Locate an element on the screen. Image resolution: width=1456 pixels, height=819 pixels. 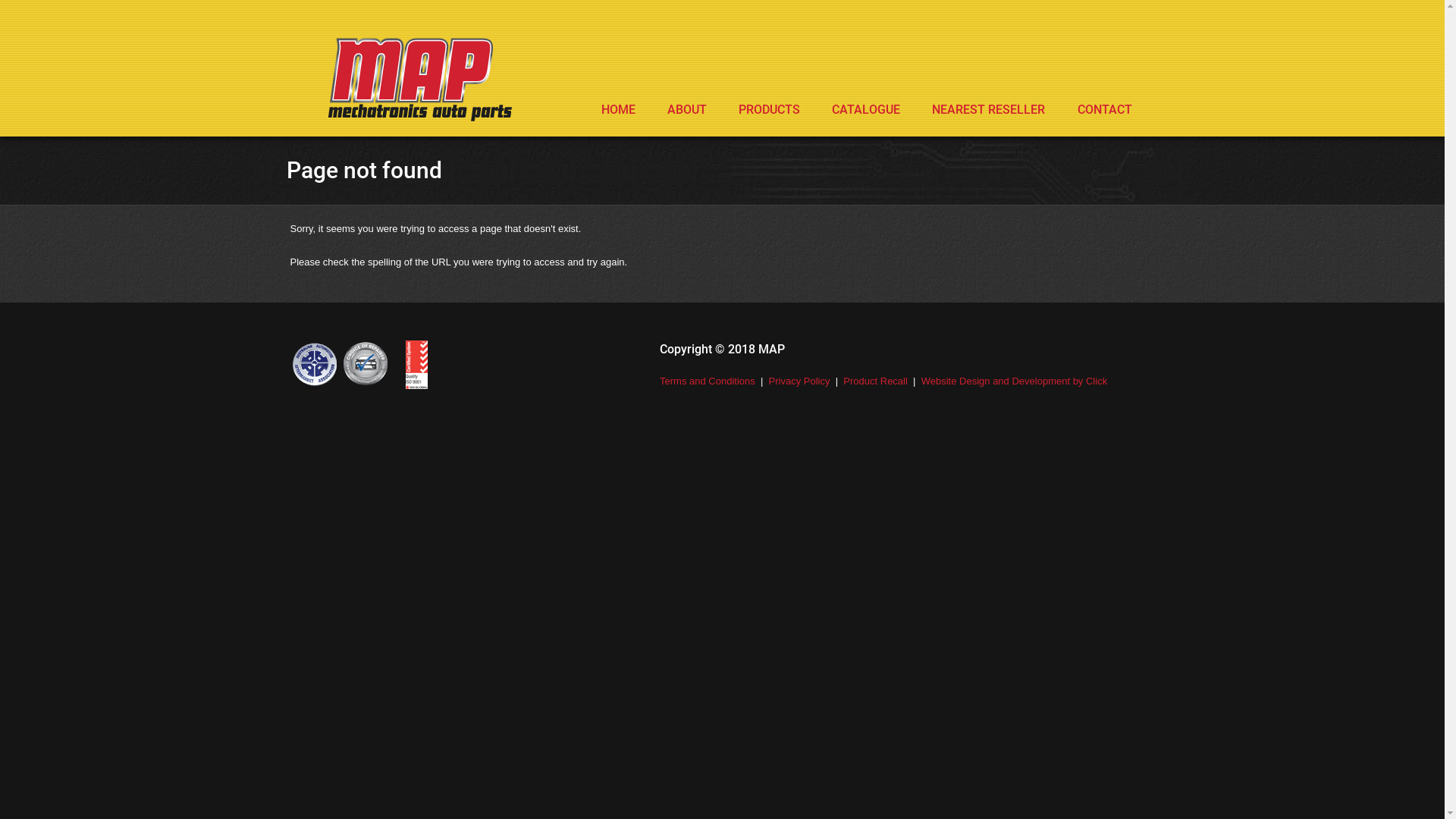
'Website Design and Development by Click' is located at coordinates (1014, 380).